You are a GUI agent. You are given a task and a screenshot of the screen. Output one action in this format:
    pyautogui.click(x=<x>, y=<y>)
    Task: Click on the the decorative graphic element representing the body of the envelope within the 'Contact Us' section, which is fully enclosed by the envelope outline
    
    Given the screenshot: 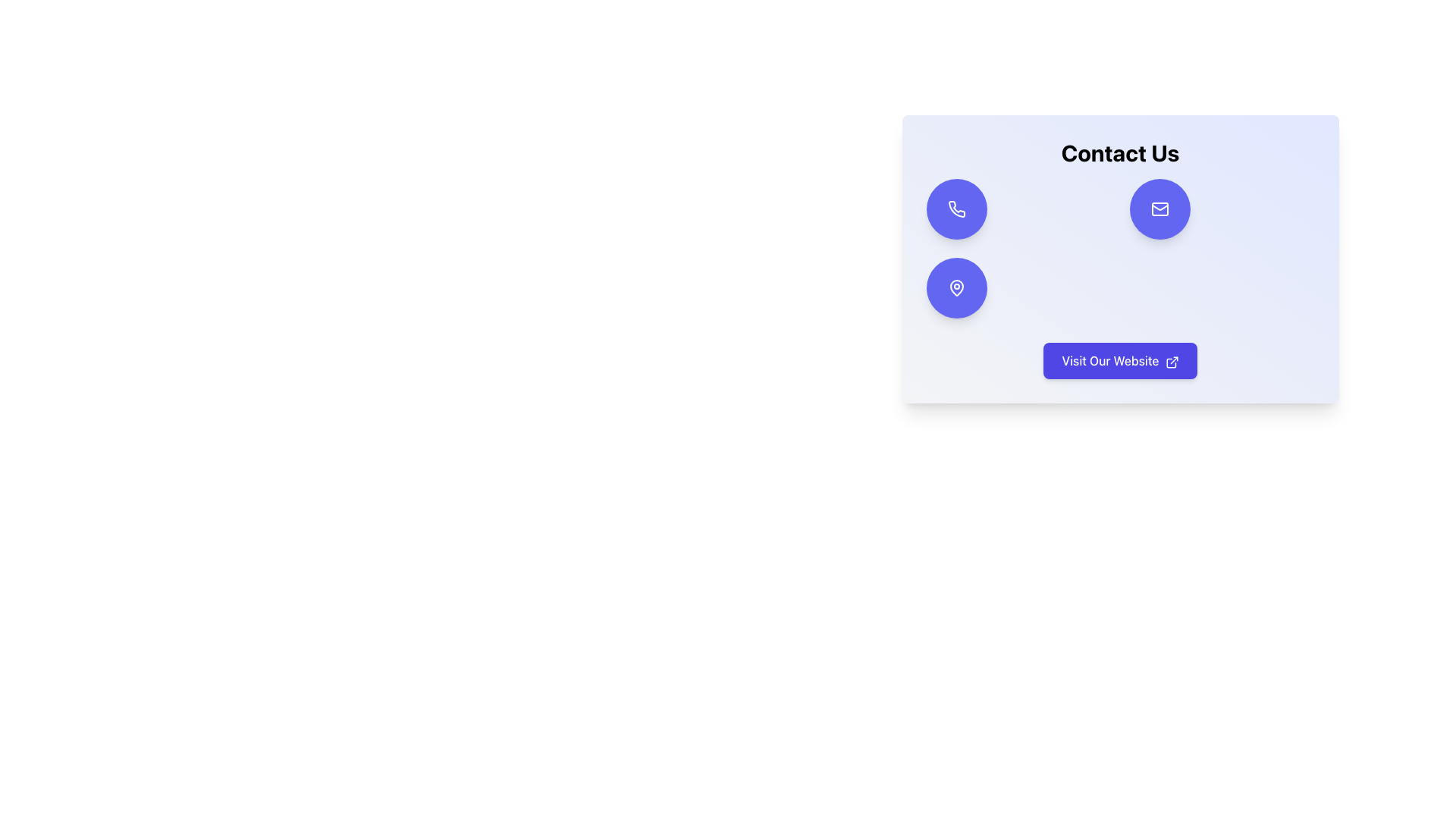 What is the action you would take?
    pyautogui.click(x=1159, y=209)
    